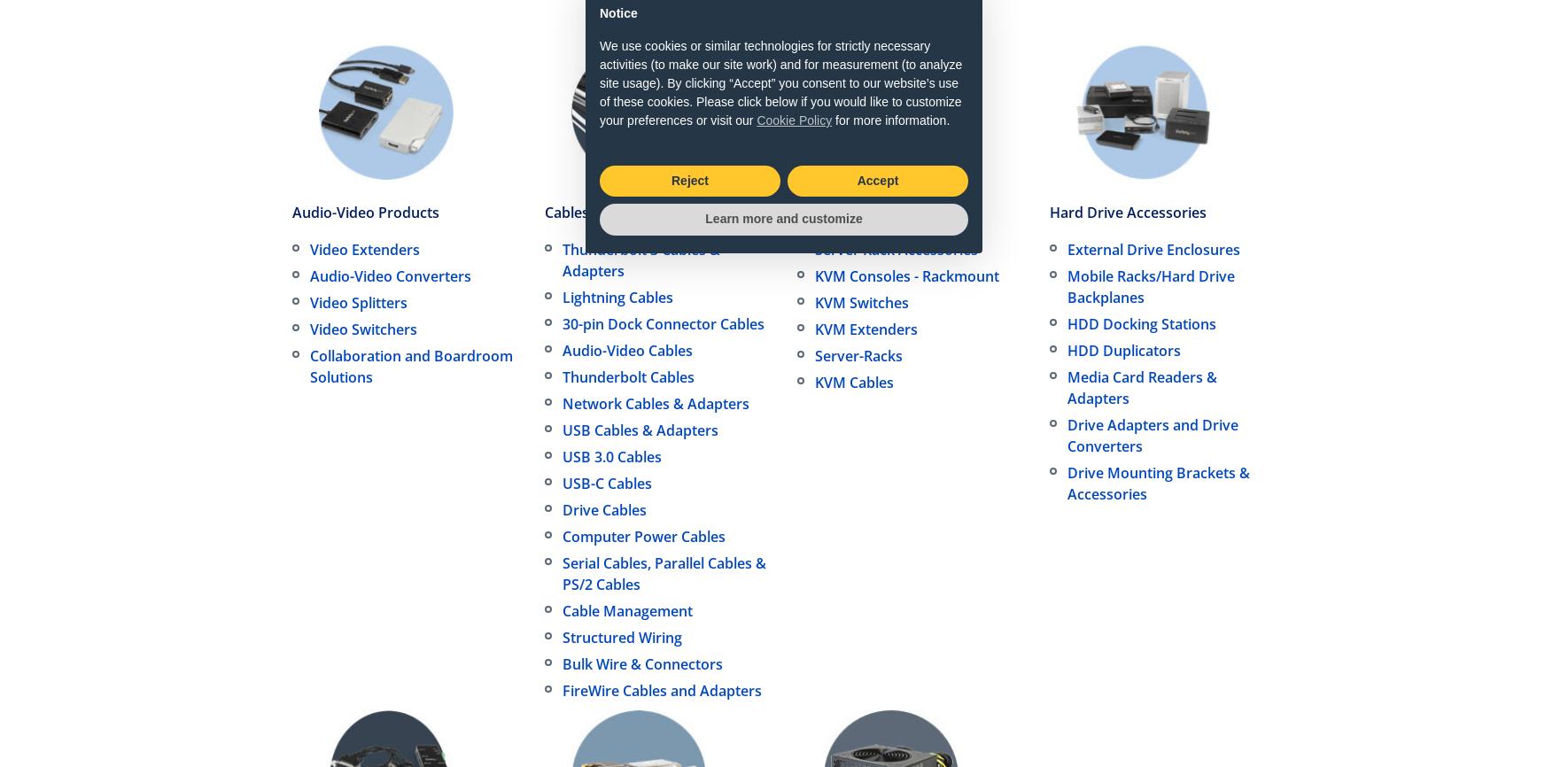 The image size is (1568, 767). What do you see at coordinates (1158, 484) in the screenshot?
I see `'Drive Mounting Brackets & Accessories'` at bounding box center [1158, 484].